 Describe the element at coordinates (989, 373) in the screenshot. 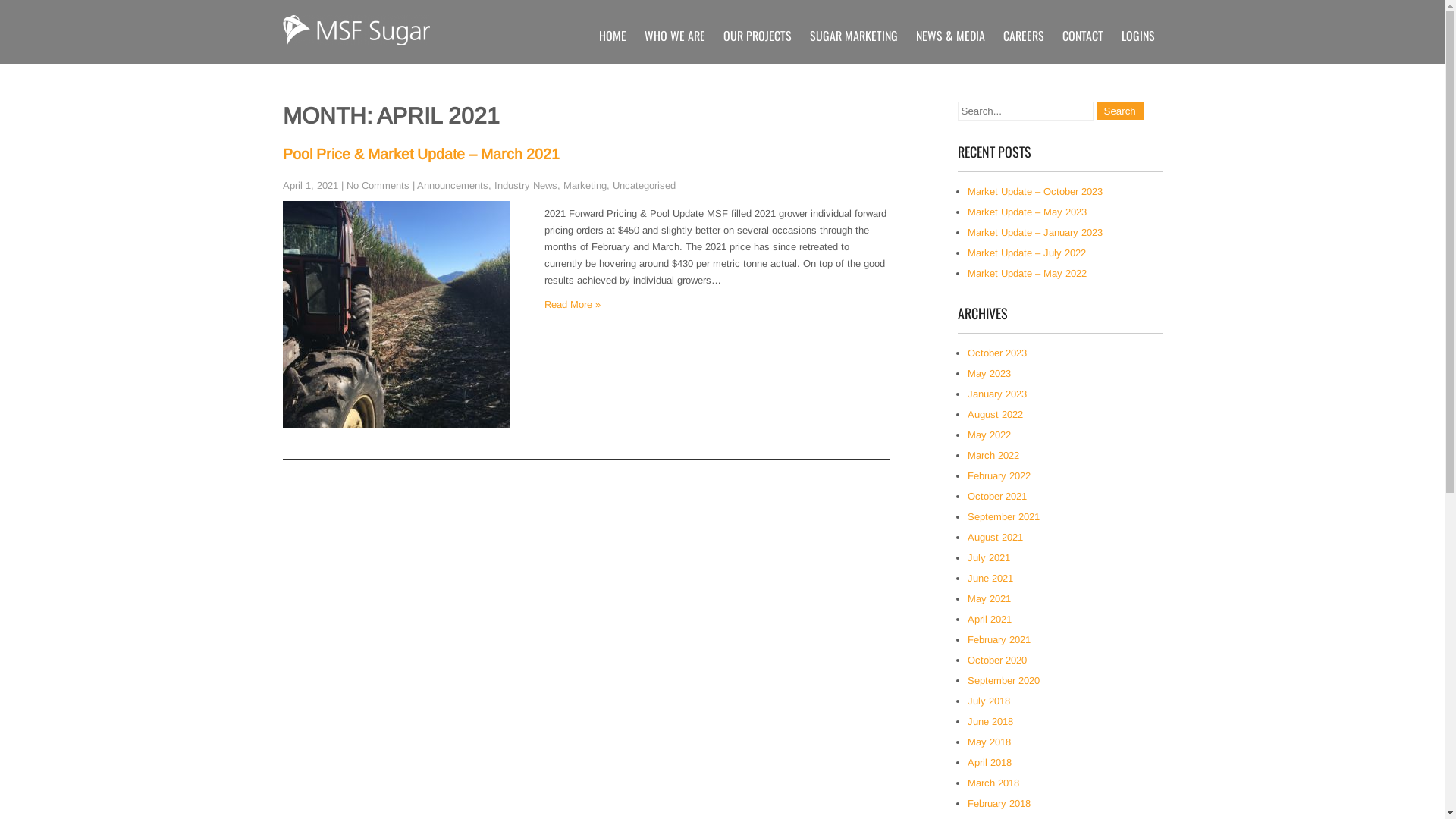

I see `'May 2023'` at that location.